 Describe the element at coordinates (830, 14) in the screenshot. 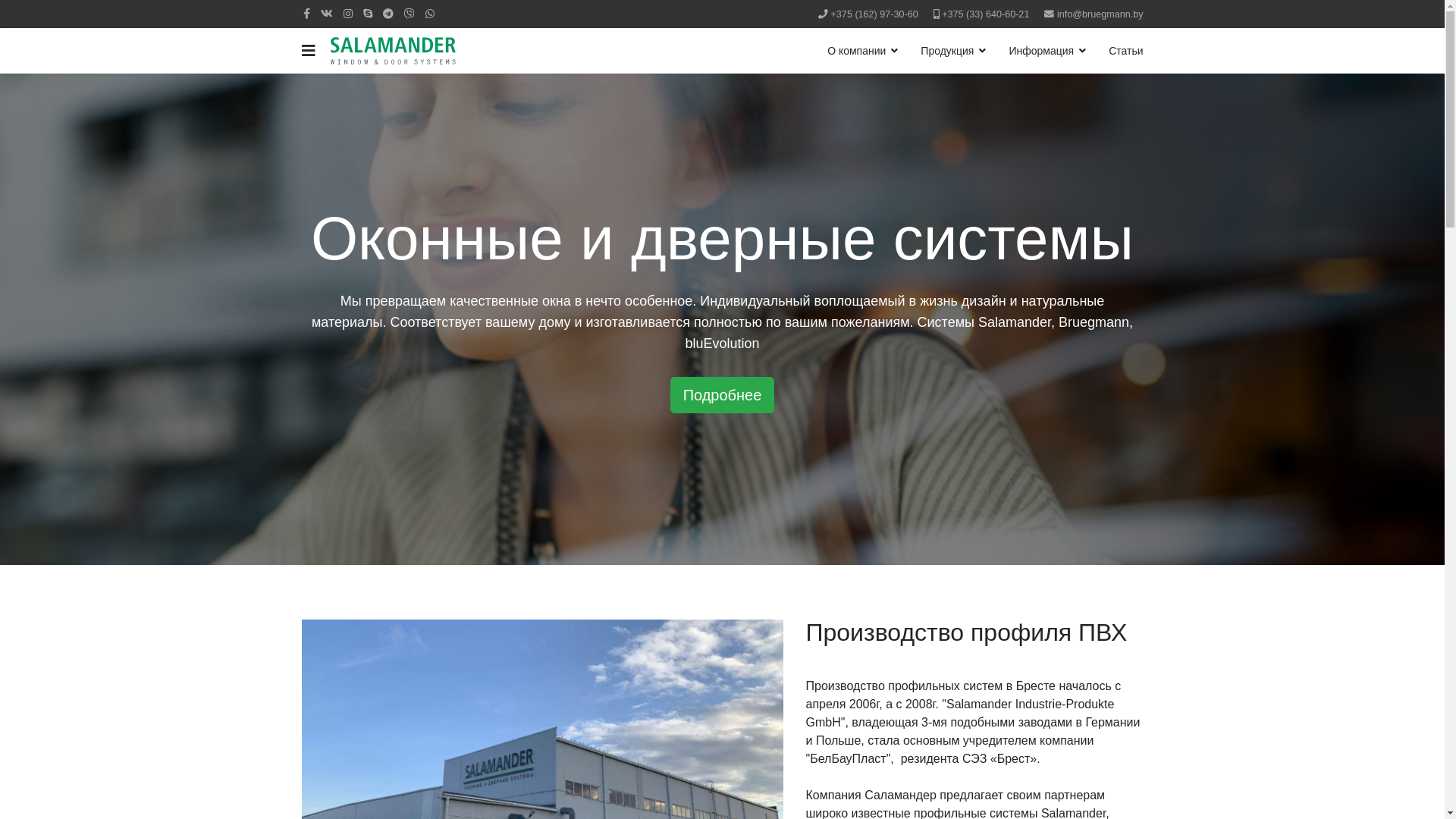

I see `'+375 (162) 97-30-60'` at that location.